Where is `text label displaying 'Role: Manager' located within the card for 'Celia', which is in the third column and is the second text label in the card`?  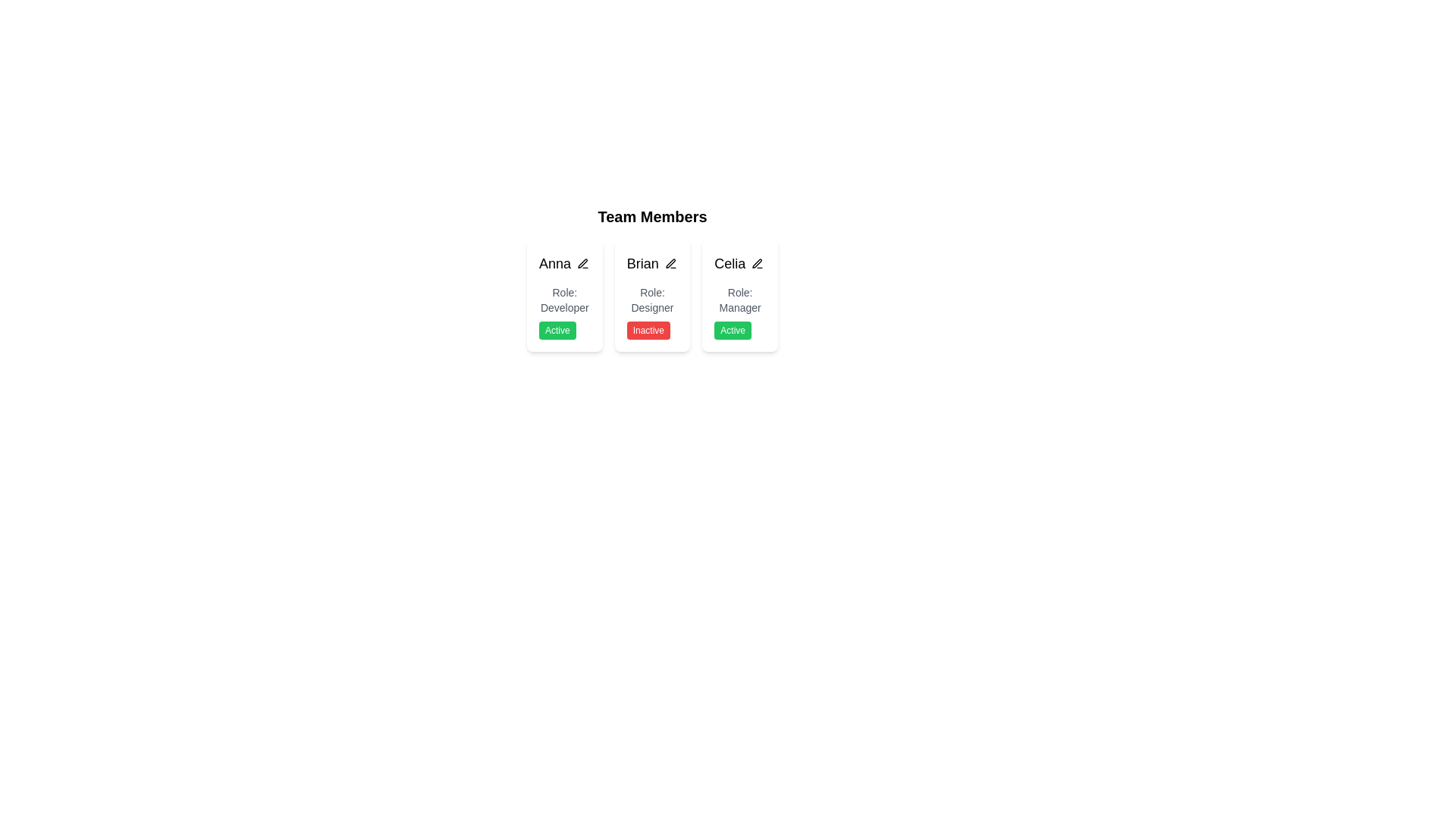
text label displaying 'Role: Manager' located within the card for 'Celia', which is in the third column and is the second text label in the card is located at coordinates (740, 300).